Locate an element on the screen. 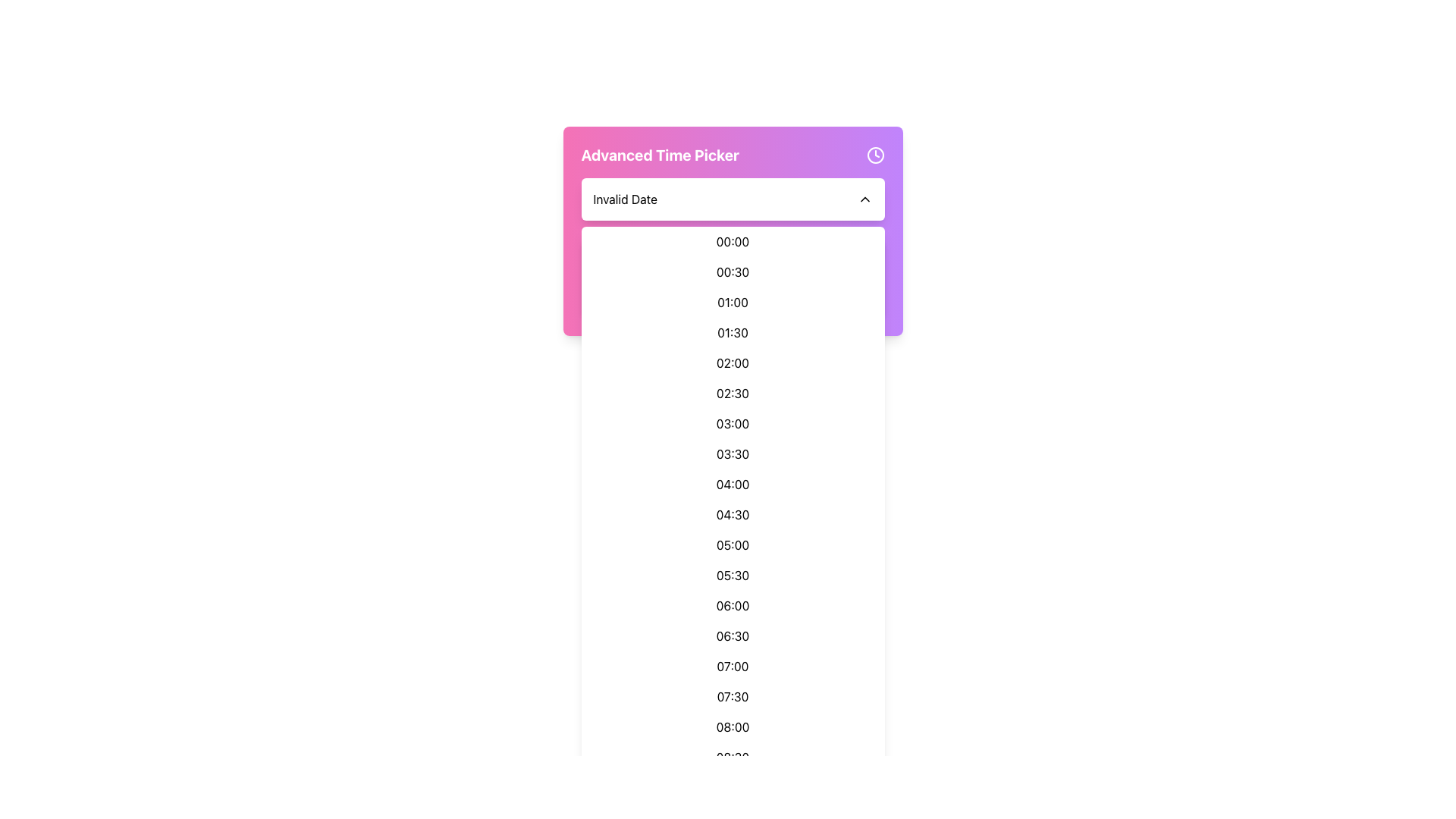 This screenshot has width=1456, height=819. the centered circular component within the clock SVG icon located near the top-right corner of the interface, next to the title 'Advanced Time Picker' is located at coordinates (875, 155).